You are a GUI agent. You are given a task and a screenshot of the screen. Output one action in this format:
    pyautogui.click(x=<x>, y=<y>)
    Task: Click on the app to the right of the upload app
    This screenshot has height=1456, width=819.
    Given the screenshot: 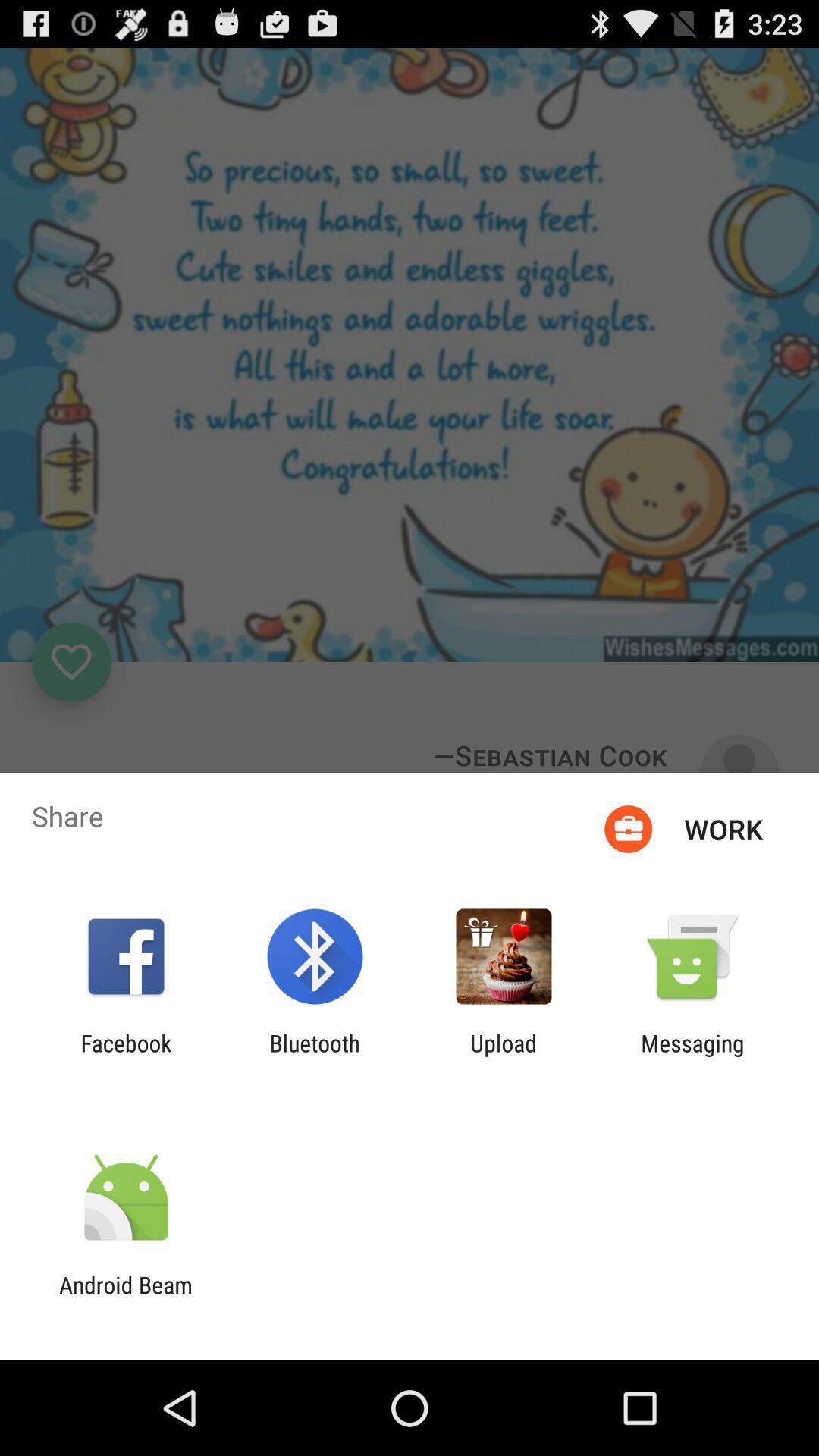 What is the action you would take?
    pyautogui.click(x=692, y=1056)
    